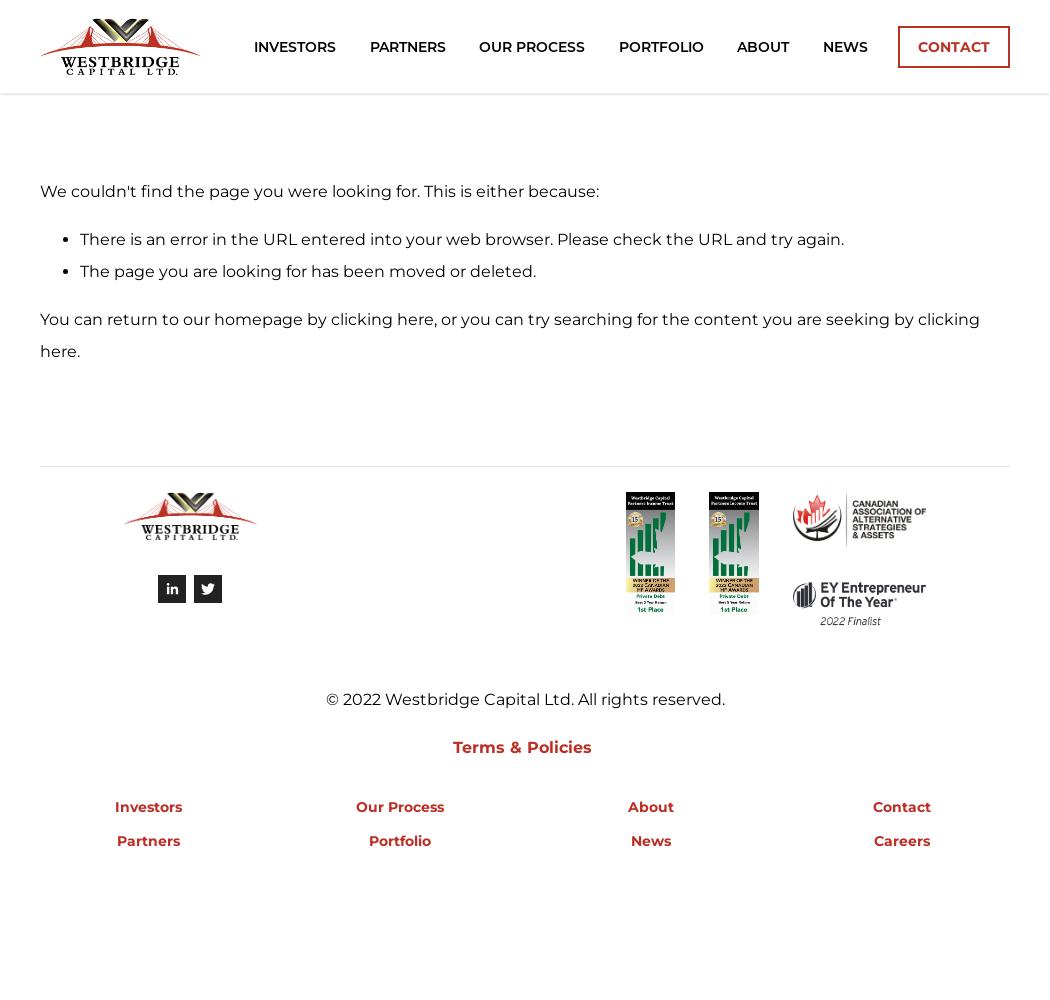  Describe the element at coordinates (78, 350) in the screenshot. I see `'.'` at that location.